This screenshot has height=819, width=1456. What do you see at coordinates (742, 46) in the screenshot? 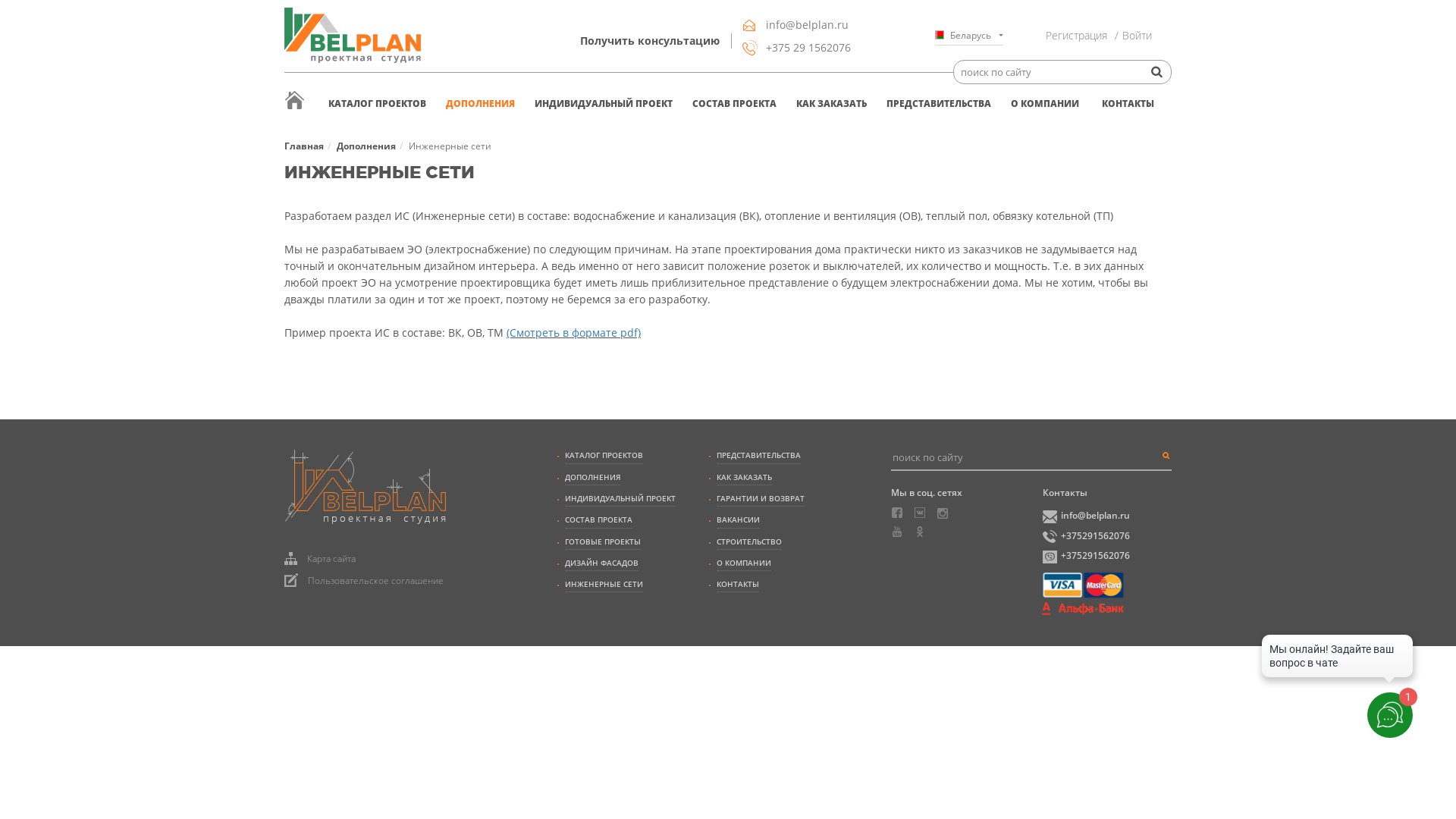
I see `'+375 29 1562076'` at bounding box center [742, 46].